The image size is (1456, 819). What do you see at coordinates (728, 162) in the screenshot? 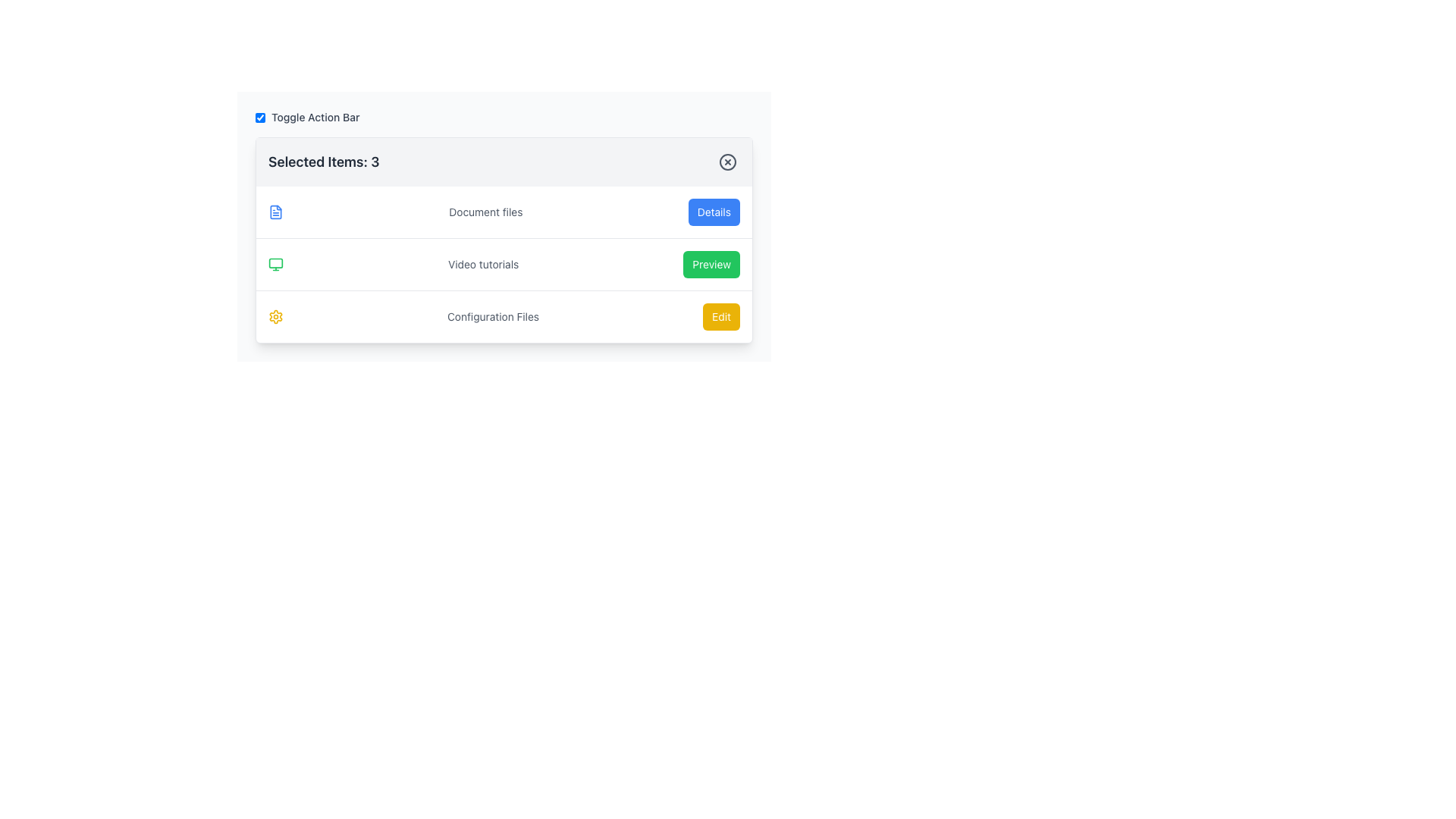
I see `the circular button with an 'X' symbol located at the top-right corner of the 'Selected Items' section in the light gray header bar` at bounding box center [728, 162].